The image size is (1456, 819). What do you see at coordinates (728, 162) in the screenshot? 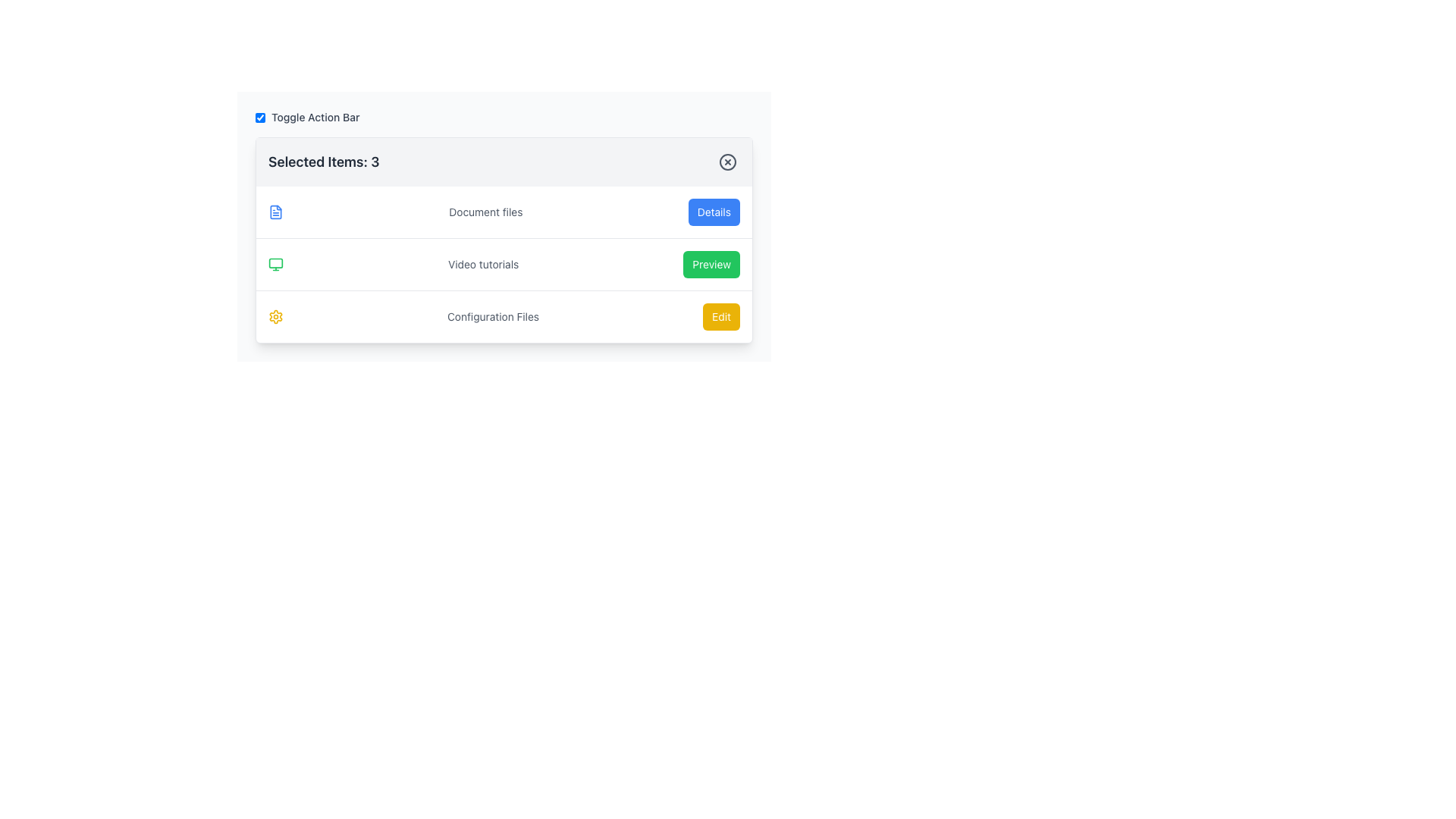
I see `the circular button with an 'X' symbol located at the top-right corner of the 'Selected Items' section in the light gray header bar` at bounding box center [728, 162].